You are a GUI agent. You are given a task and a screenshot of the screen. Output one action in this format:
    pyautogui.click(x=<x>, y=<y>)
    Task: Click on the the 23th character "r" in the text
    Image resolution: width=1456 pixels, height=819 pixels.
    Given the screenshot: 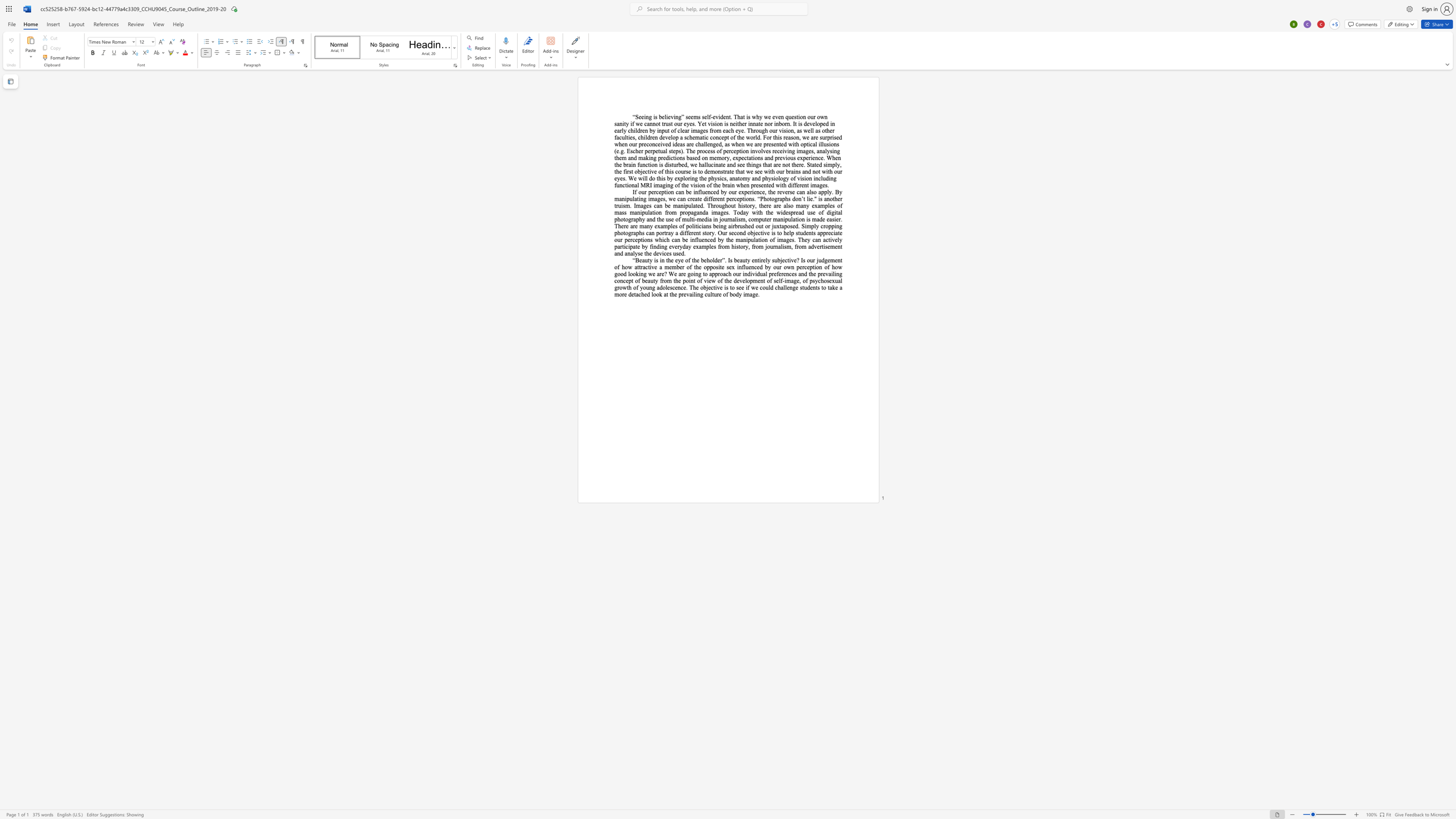 What is the action you would take?
    pyautogui.click(x=839, y=219)
    